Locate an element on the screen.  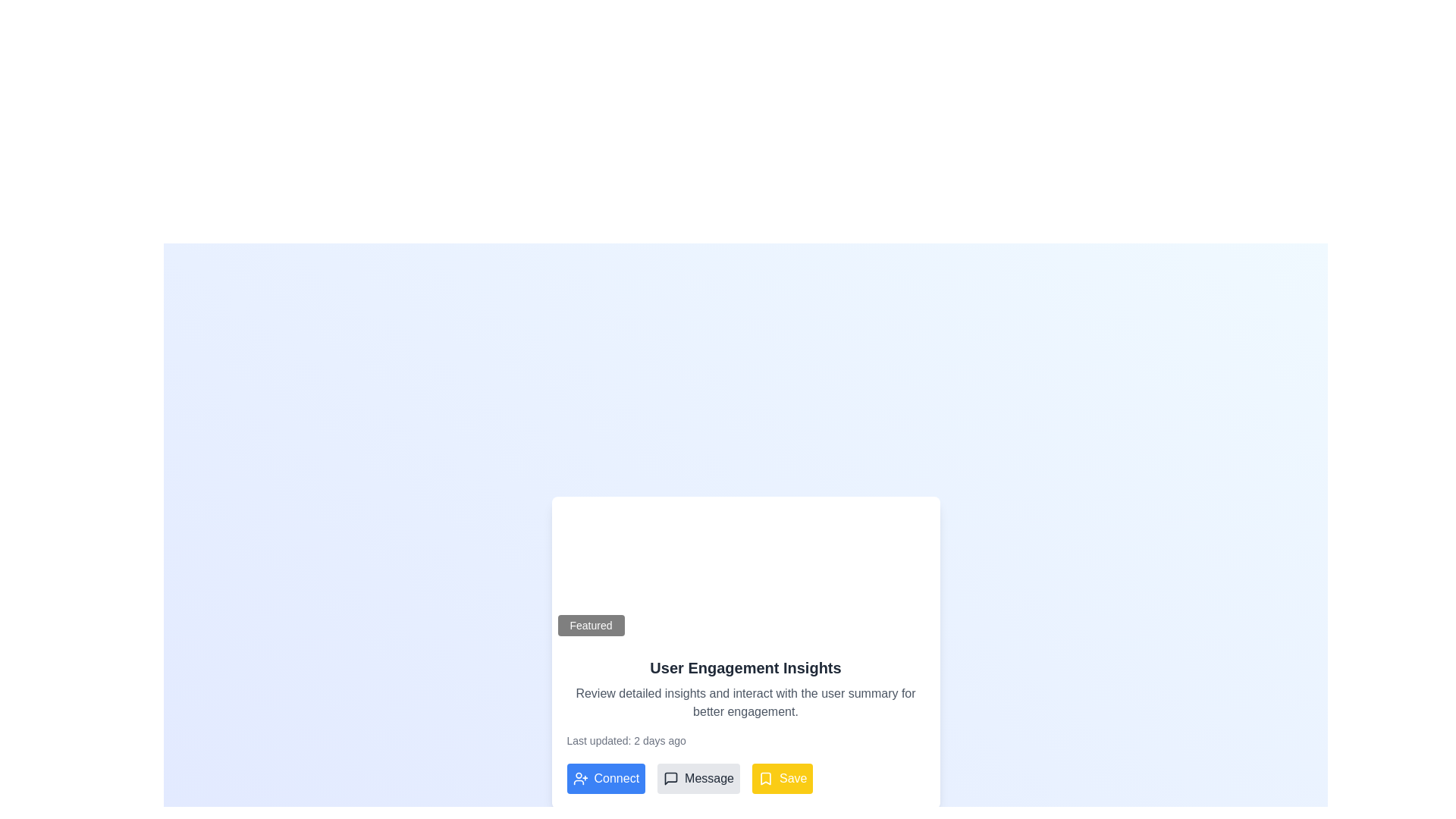
the 'Connect' button is located at coordinates (605, 778).